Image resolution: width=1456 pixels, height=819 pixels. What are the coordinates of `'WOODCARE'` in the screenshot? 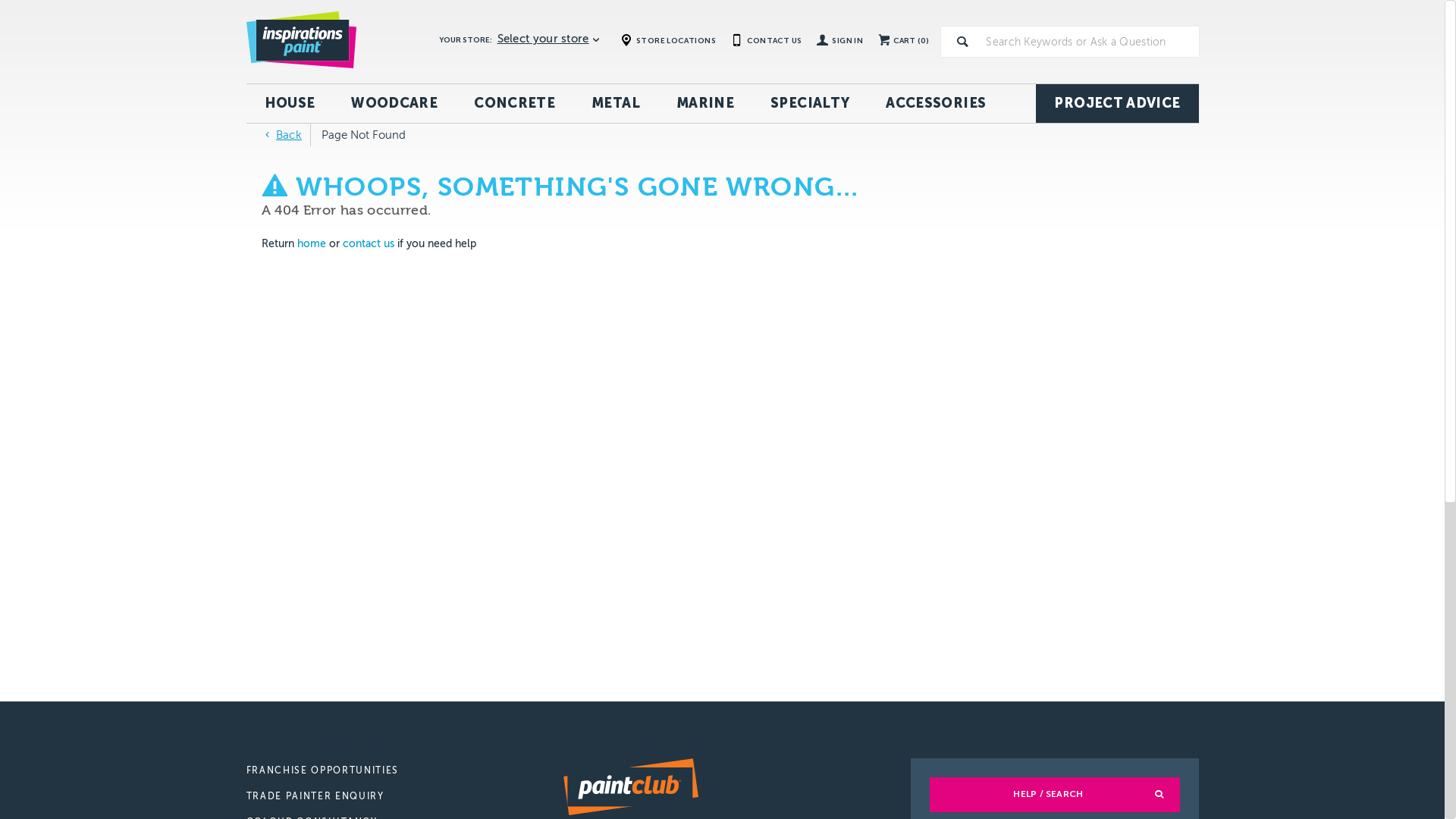 It's located at (394, 102).